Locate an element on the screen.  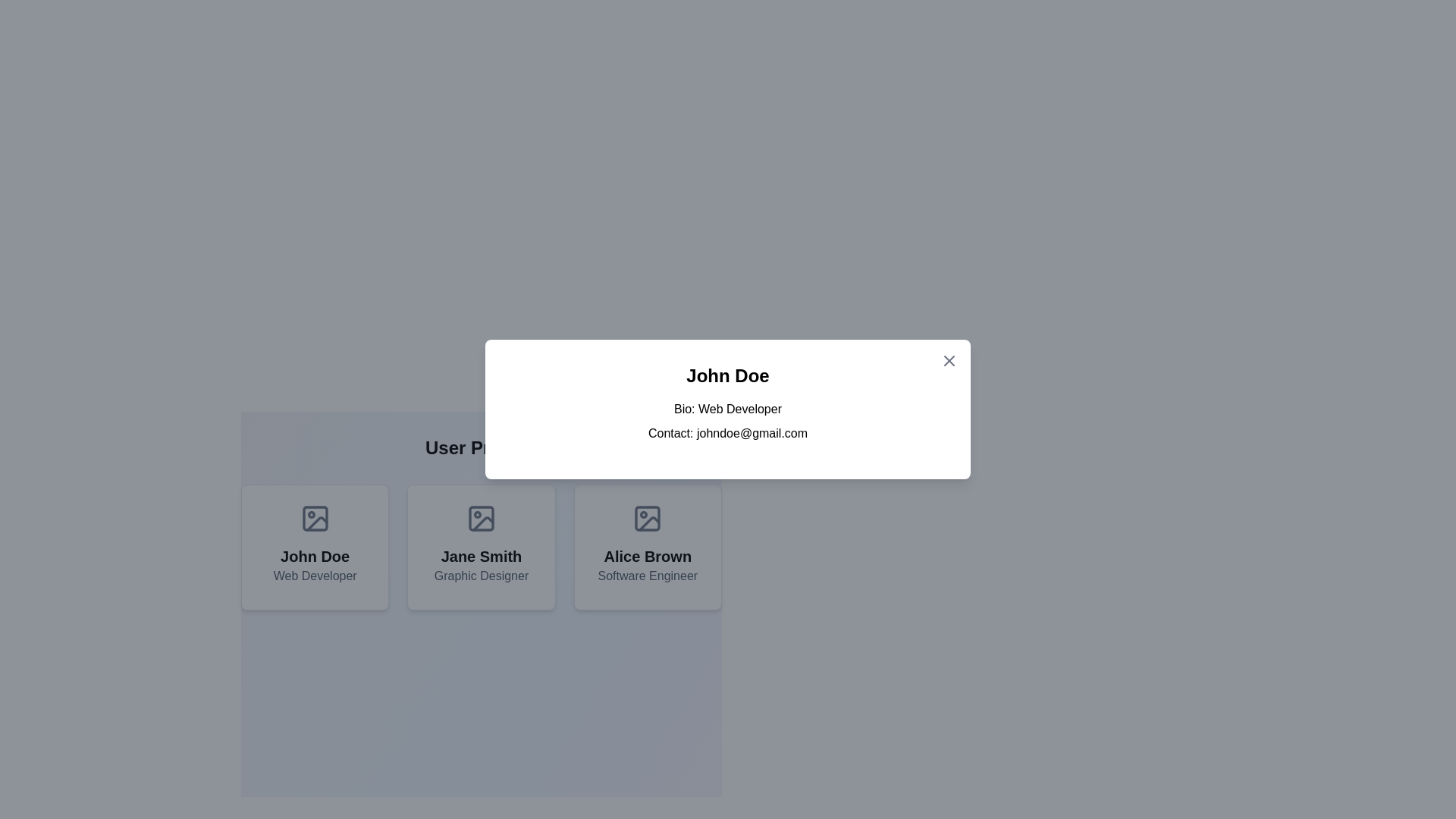
the mini rectangle with rounded corners inside the icon representing an image placeholder for 'Jane Smith' in the 'User Profiles' section, which is the second profile card is located at coordinates (480, 517).